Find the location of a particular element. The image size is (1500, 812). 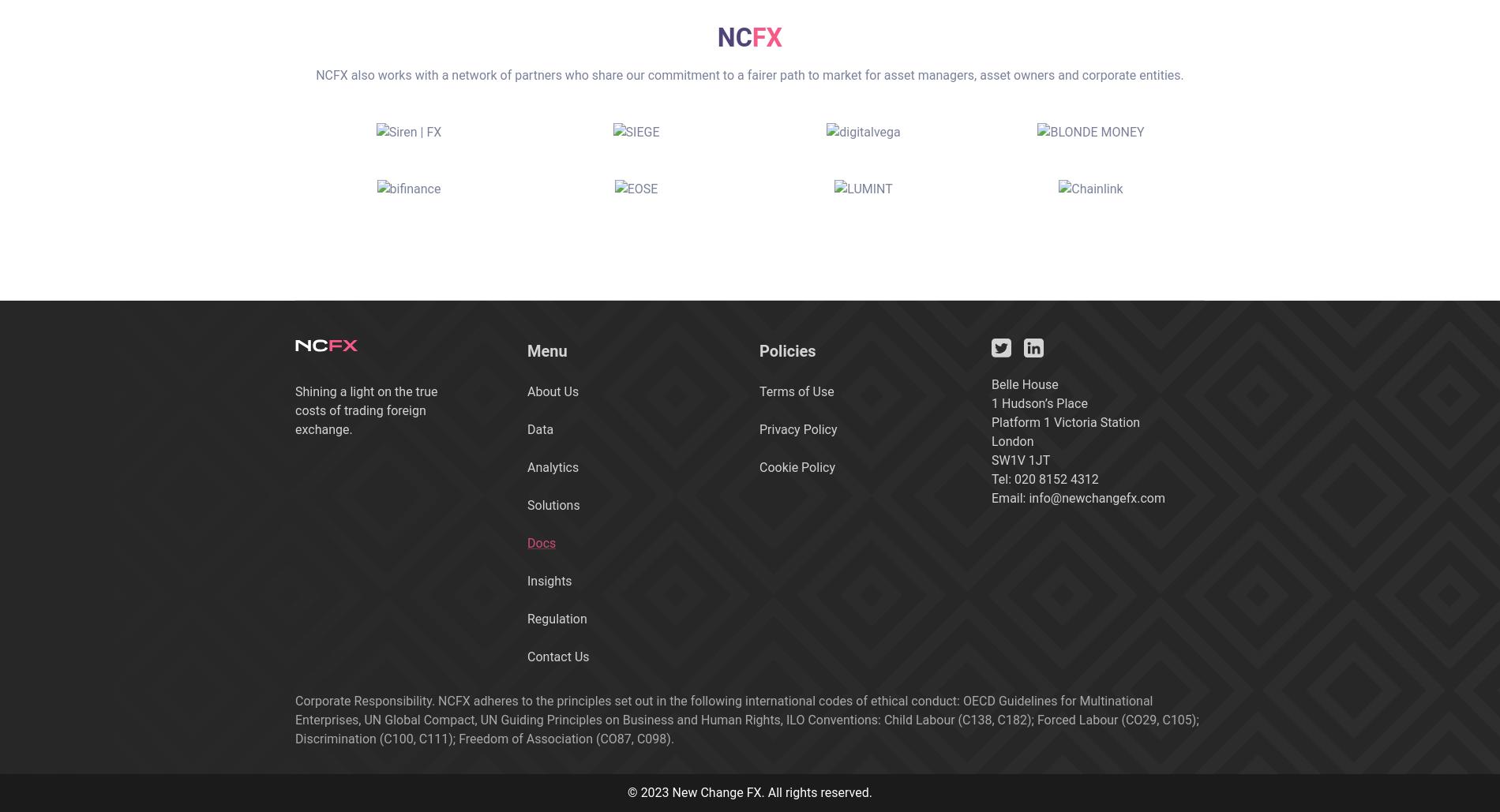

'1 Hudson’s Place' is located at coordinates (1038, 402).